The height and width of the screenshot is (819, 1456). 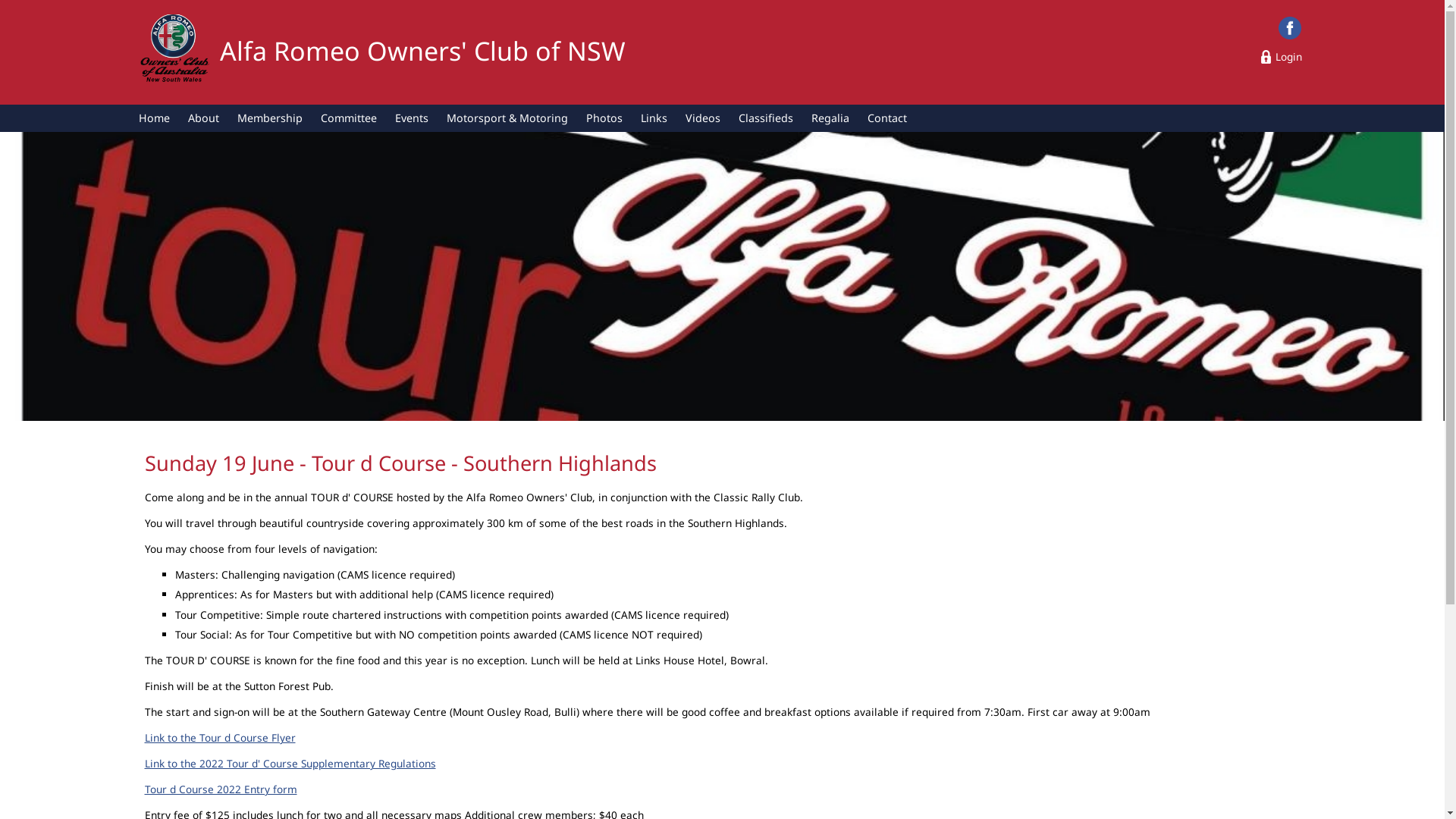 What do you see at coordinates (144, 736) in the screenshot?
I see `'Link to the Tour d Course Flyer'` at bounding box center [144, 736].